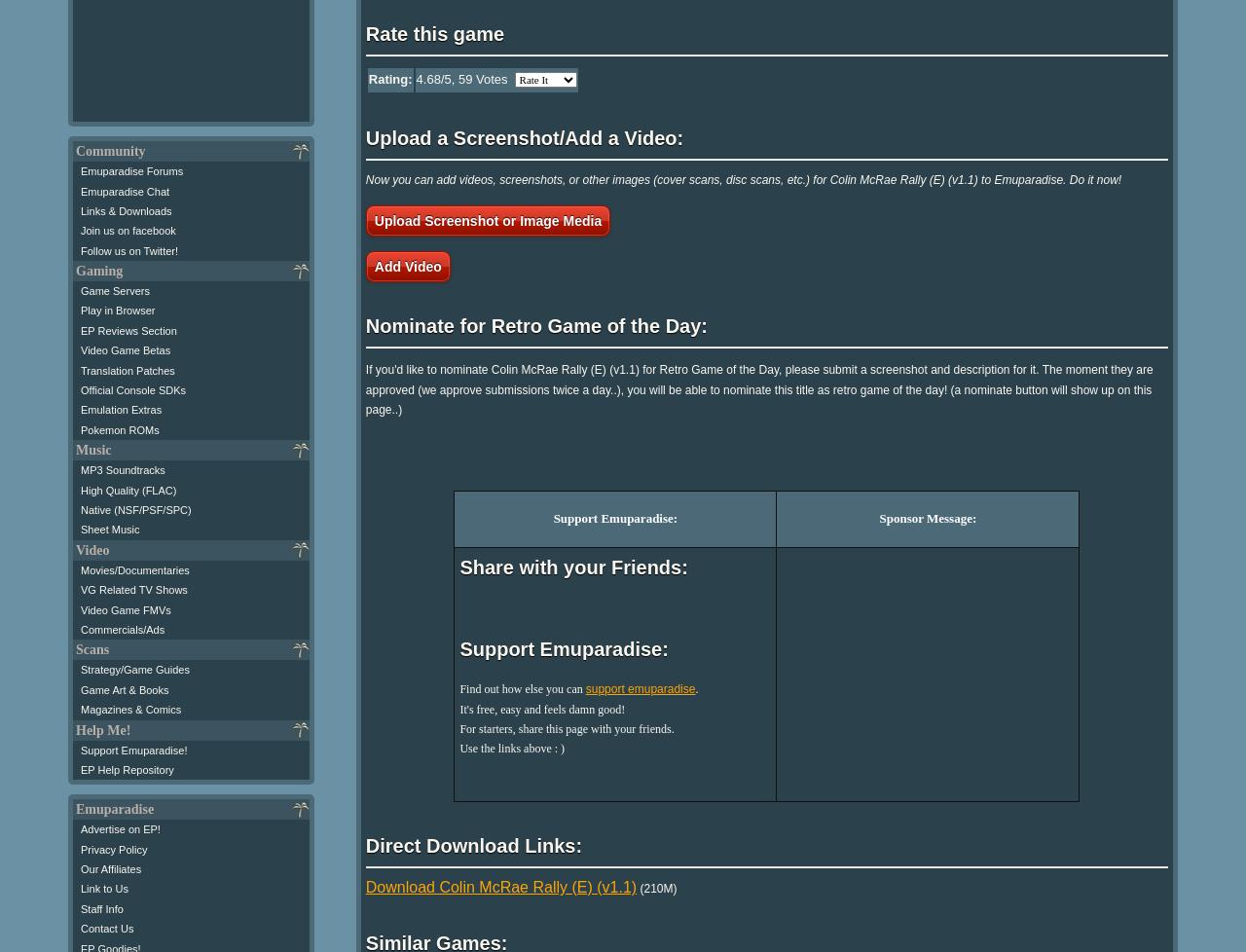 This screenshot has width=1246, height=952. Describe the element at coordinates (127, 328) in the screenshot. I see `'EP Reviews Section'` at that location.